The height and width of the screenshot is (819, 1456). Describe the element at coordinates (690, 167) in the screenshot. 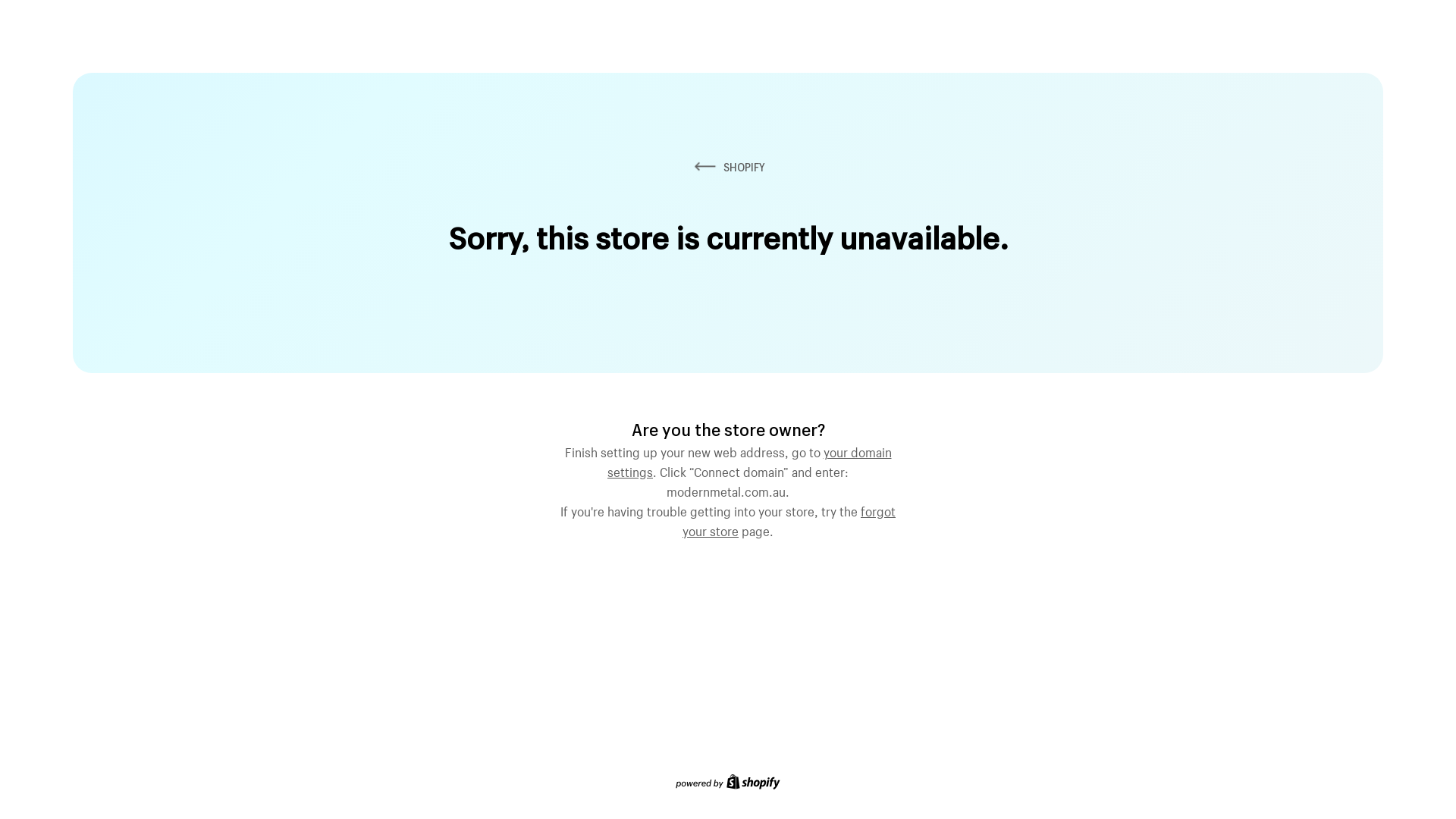

I see `'SHOPIFY'` at that location.